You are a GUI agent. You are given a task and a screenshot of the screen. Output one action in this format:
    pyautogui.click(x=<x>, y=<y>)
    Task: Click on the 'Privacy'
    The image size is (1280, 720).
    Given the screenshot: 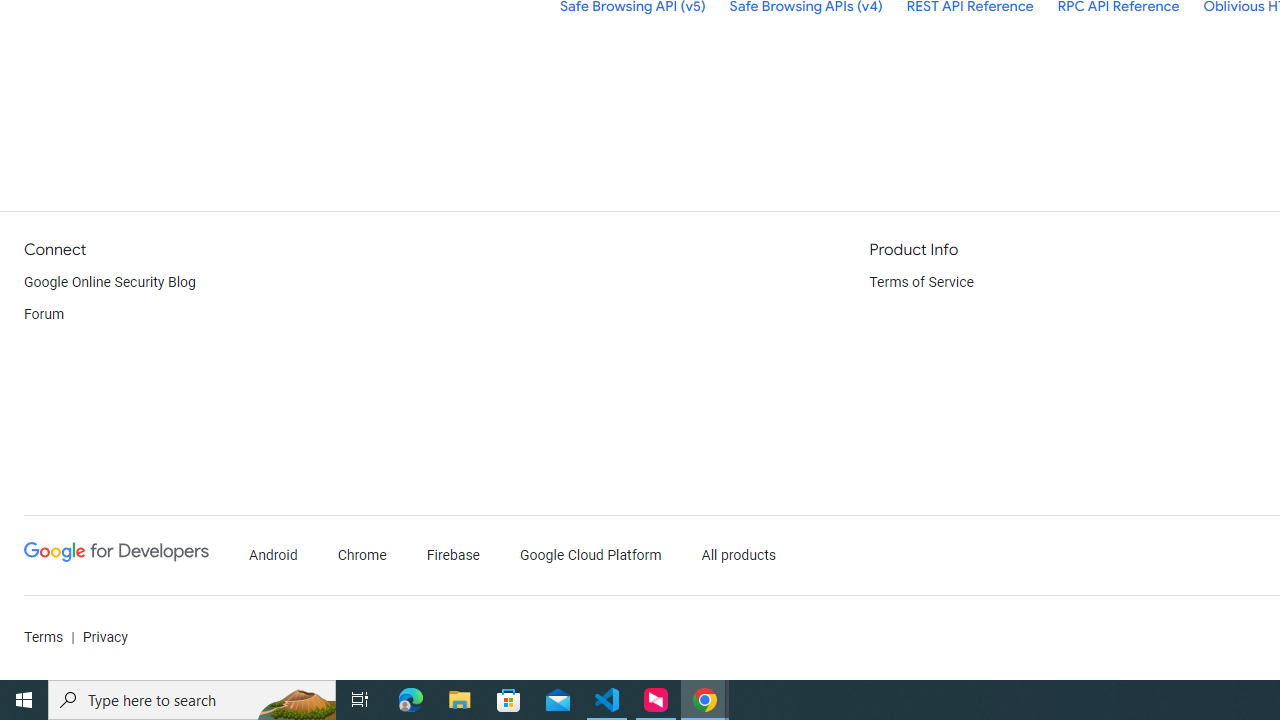 What is the action you would take?
    pyautogui.click(x=103, y=637)
    